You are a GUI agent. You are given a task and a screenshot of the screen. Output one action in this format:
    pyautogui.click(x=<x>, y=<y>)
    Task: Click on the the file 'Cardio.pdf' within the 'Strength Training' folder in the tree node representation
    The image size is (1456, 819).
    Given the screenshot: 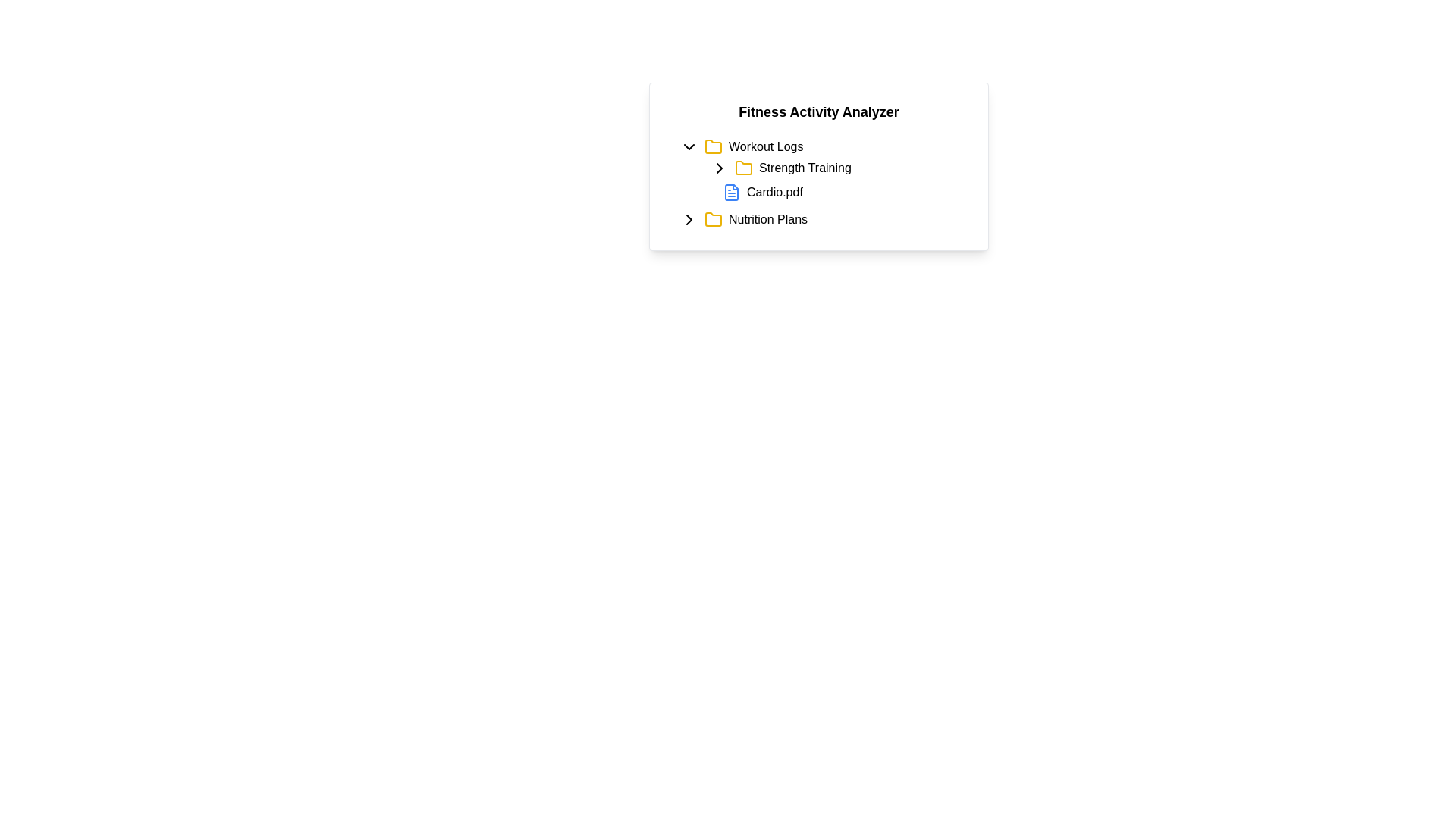 What is the action you would take?
    pyautogui.click(x=824, y=180)
    